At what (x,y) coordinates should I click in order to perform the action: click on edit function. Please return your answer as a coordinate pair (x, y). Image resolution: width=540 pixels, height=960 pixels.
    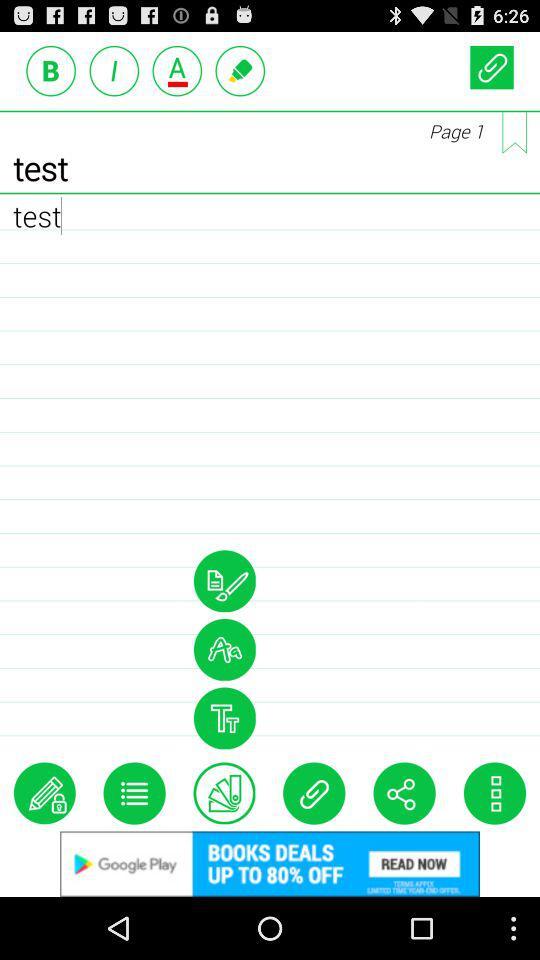
    Looking at the image, I should click on (44, 793).